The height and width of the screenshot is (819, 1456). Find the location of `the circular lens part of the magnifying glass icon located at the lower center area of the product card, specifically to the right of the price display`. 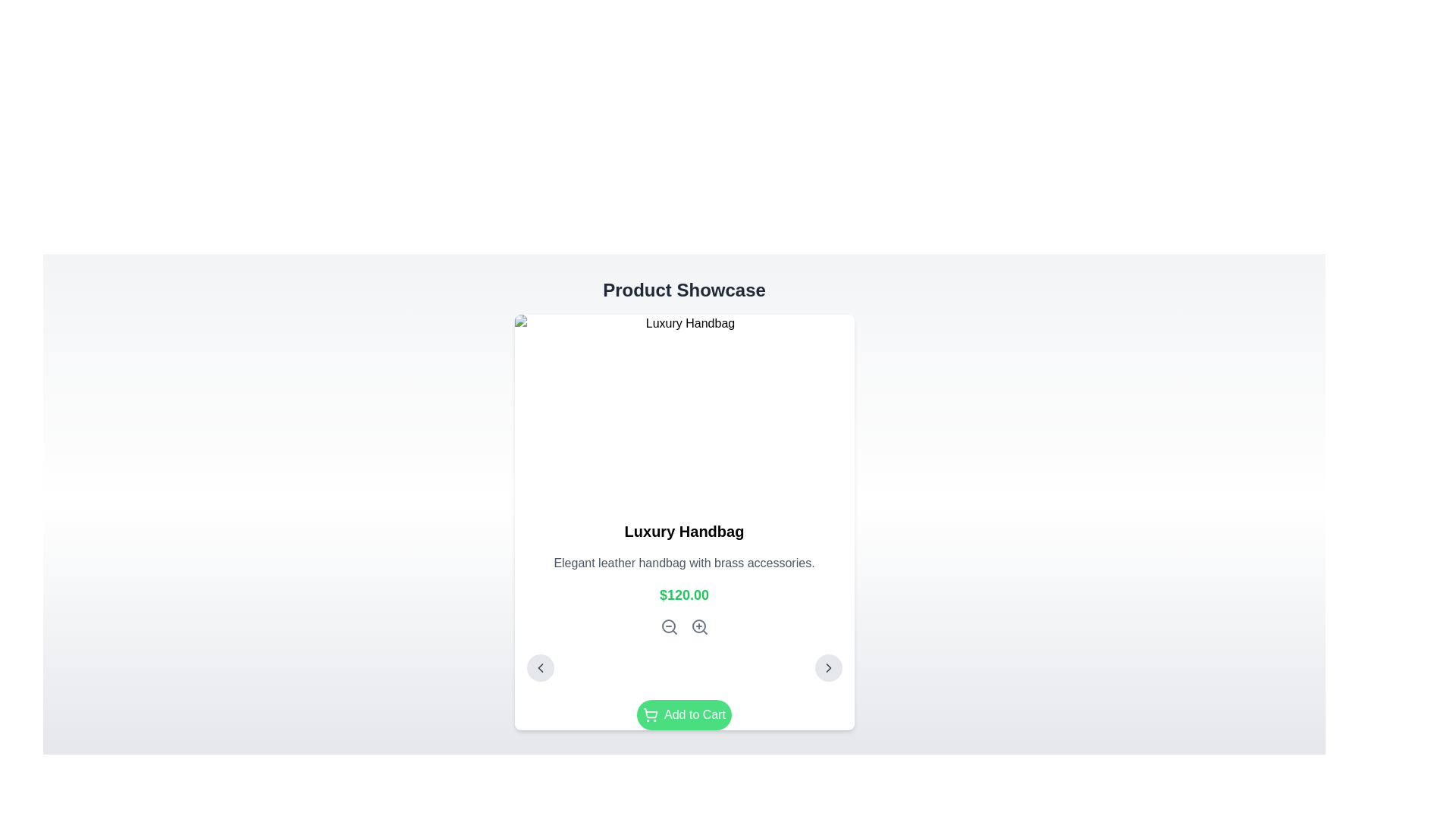

the circular lens part of the magnifying glass icon located at the lower center area of the product card, specifically to the right of the price display is located at coordinates (698, 626).